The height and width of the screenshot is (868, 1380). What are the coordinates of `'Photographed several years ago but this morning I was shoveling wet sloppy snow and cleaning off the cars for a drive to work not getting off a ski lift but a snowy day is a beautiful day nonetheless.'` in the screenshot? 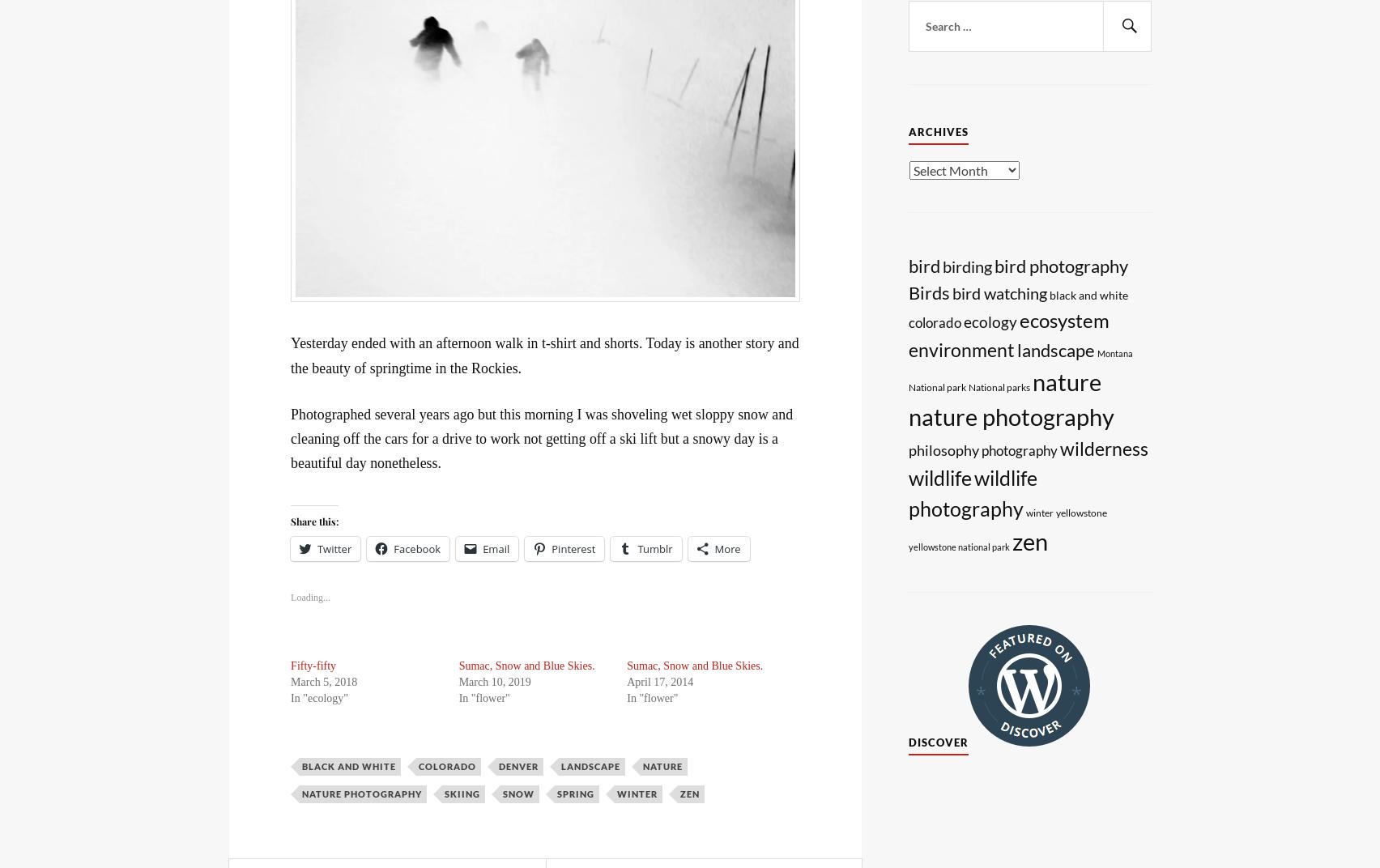 It's located at (540, 437).